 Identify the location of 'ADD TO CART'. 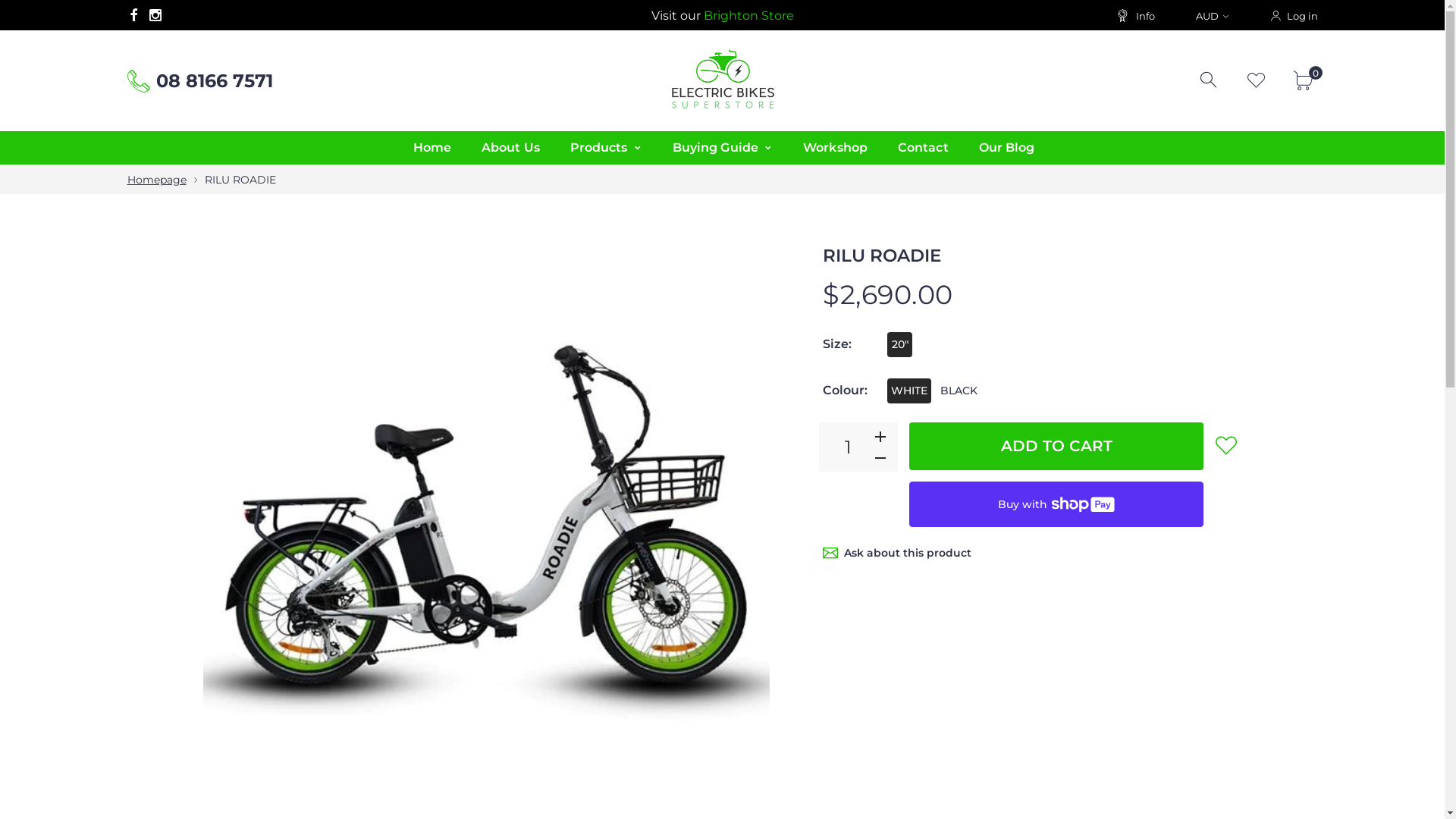
(1055, 445).